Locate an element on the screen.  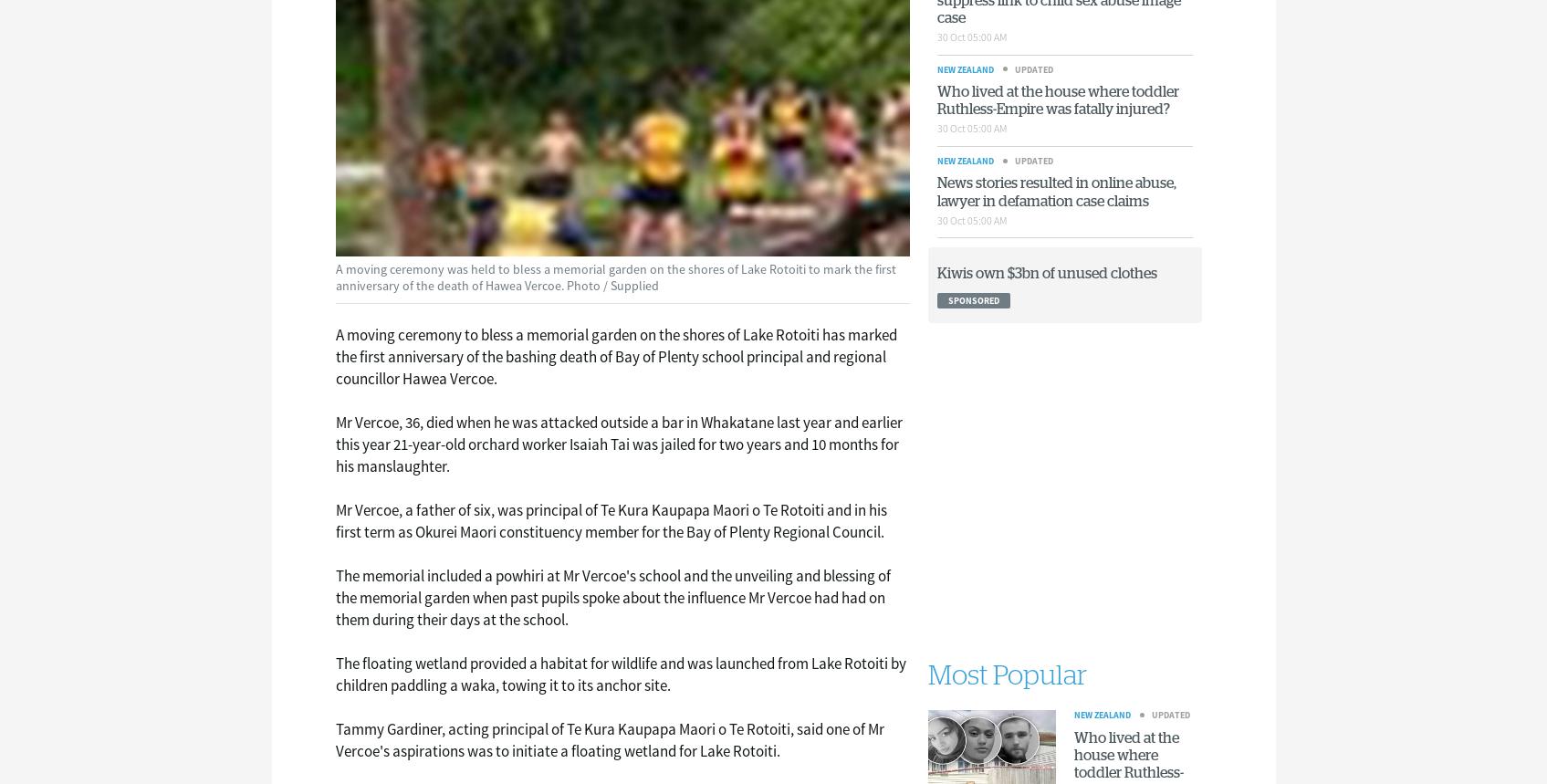
'A moving ceremony to bless a memorial garden on the shores of Lake Rotoiti has marked the first anniversary of the bashing death of Bay of Plenty school principal and regional councillor Hawea Vercoe.' is located at coordinates (615, 357).